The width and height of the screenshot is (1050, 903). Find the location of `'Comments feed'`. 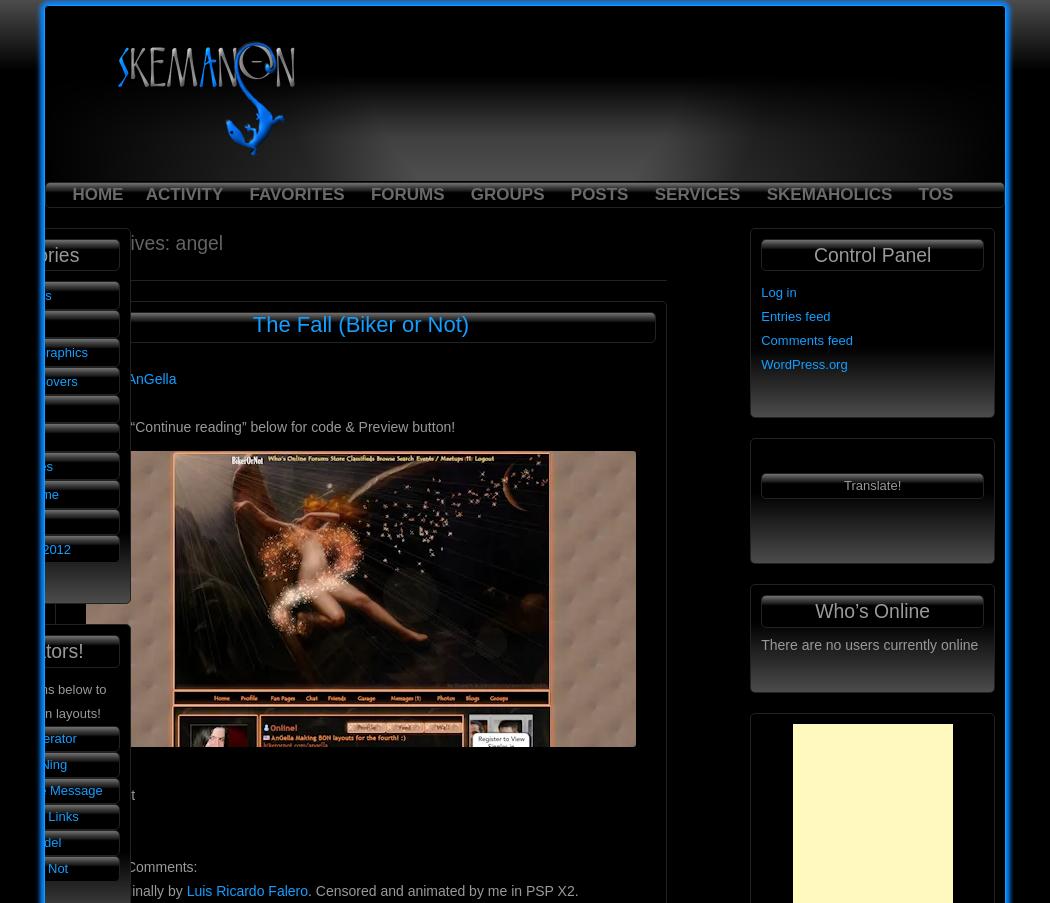

'Comments feed' is located at coordinates (805, 340).